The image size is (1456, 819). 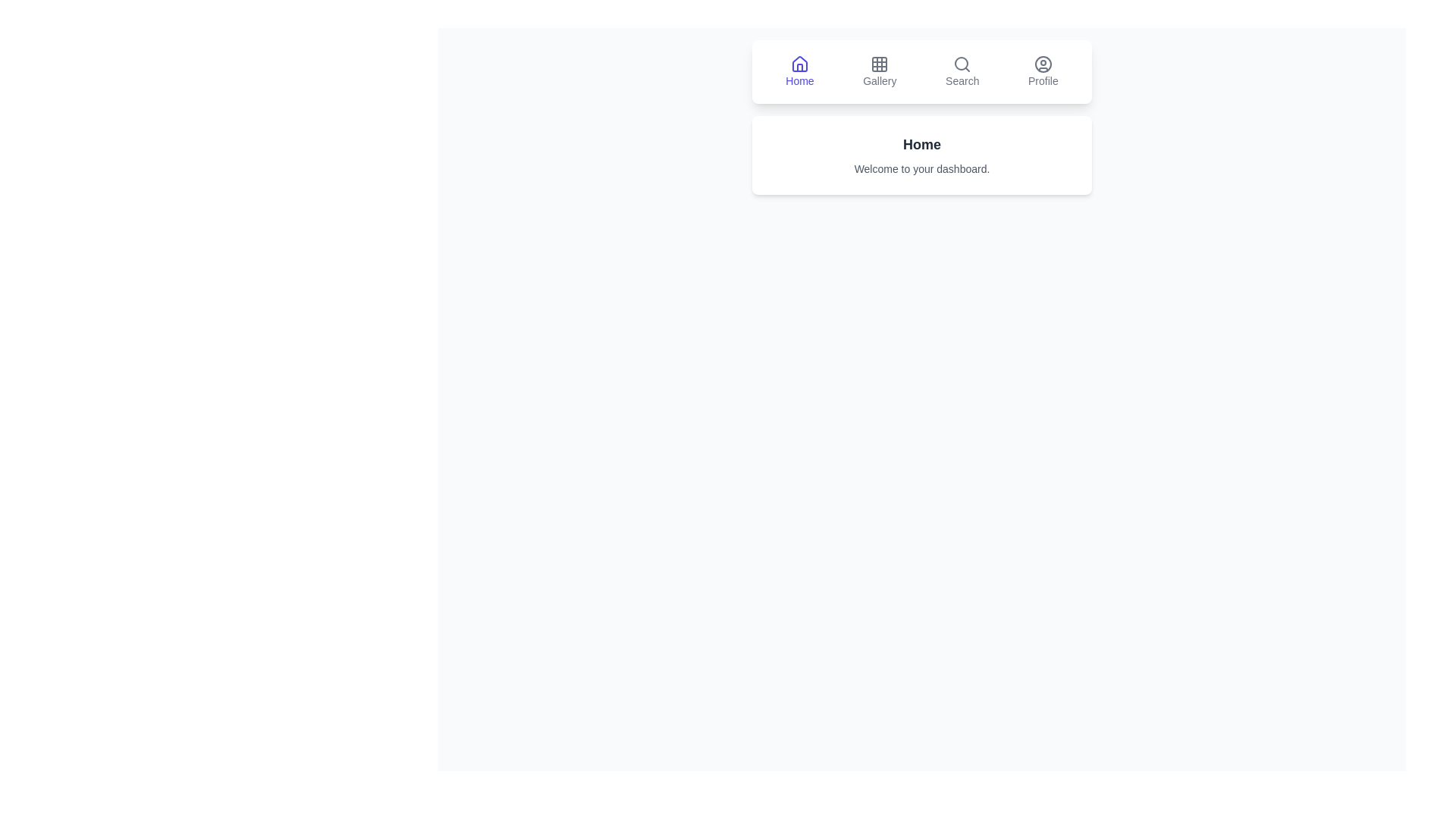 I want to click on the Search tab by clicking on its corresponding button, so click(x=962, y=72).